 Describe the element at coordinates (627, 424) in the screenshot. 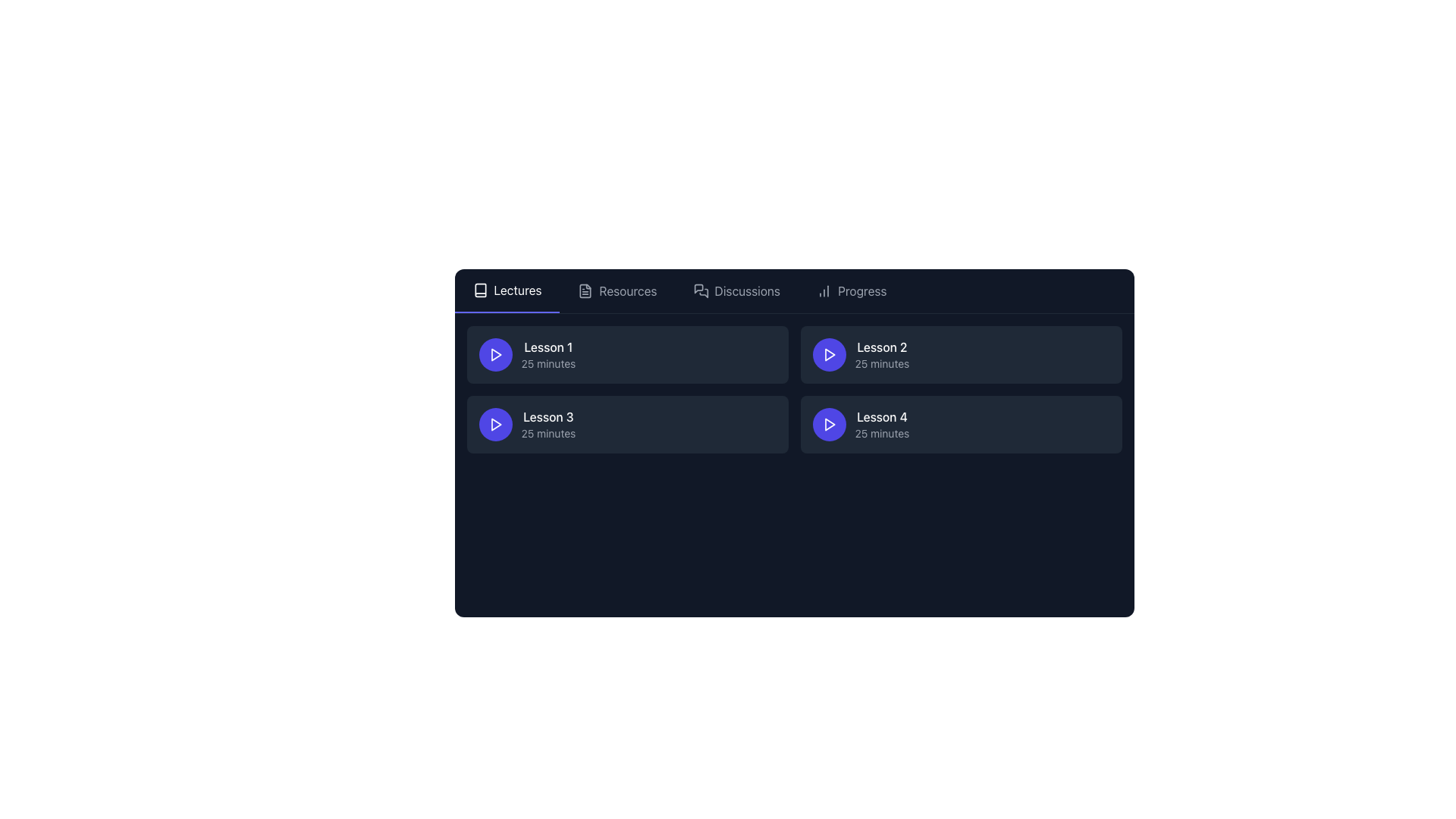

I see `the 'Lesson 3' card component located` at that location.